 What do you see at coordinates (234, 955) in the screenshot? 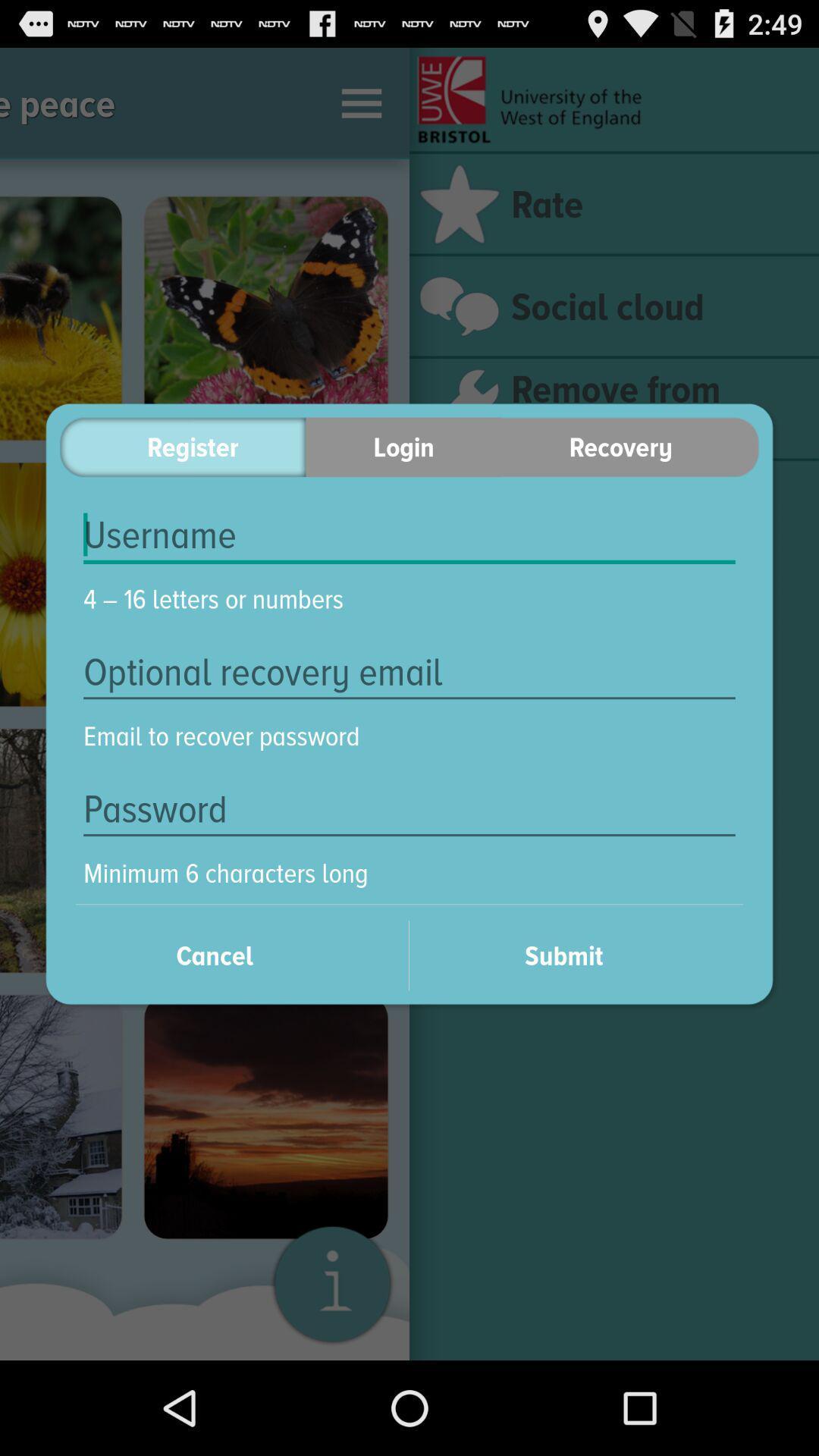
I see `the cancel item` at bounding box center [234, 955].